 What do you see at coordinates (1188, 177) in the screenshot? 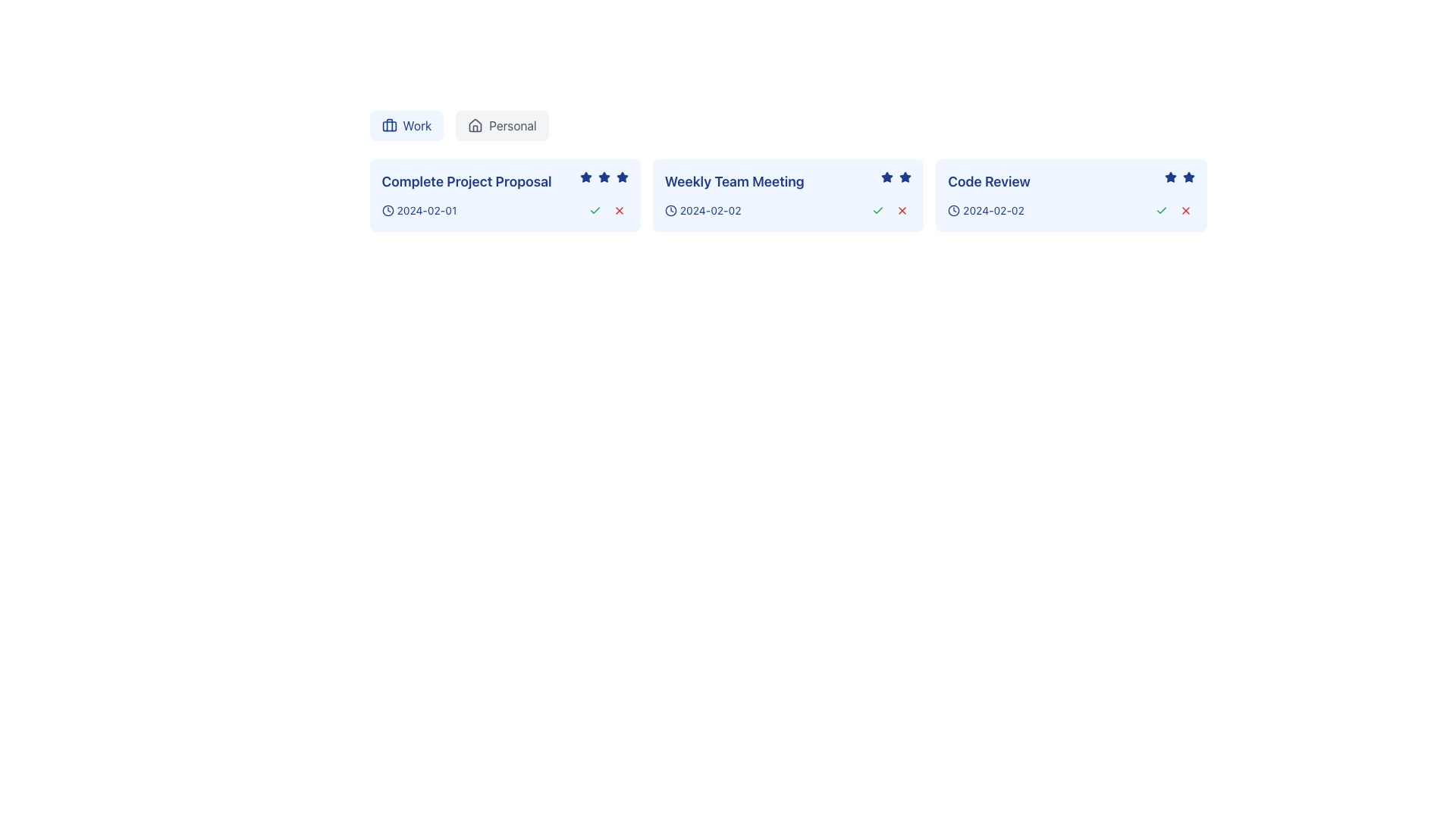
I see `the star icon button` at bounding box center [1188, 177].